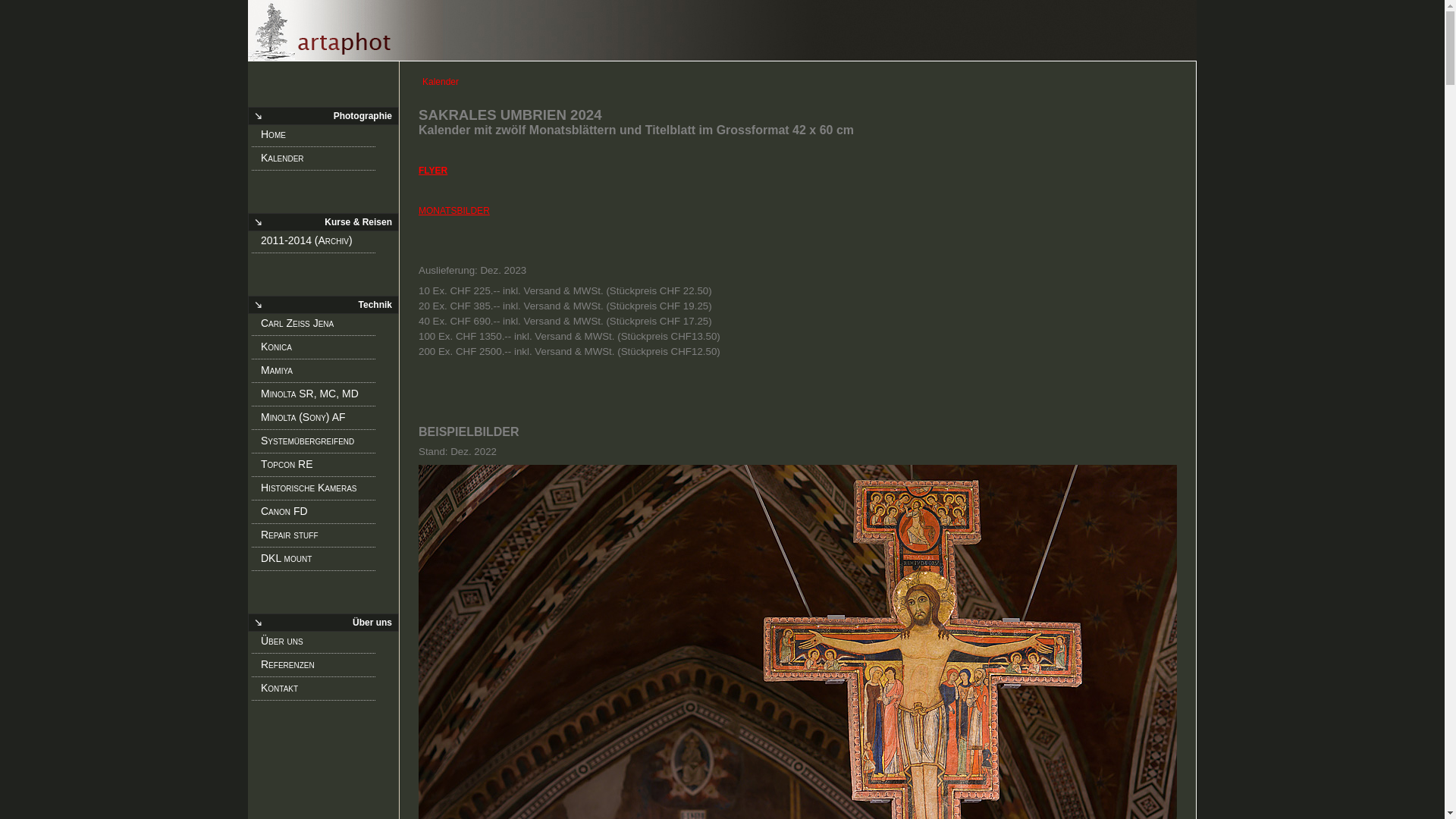 This screenshot has width=1456, height=819. I want to click on 'Mamiya', so click(318, 373).